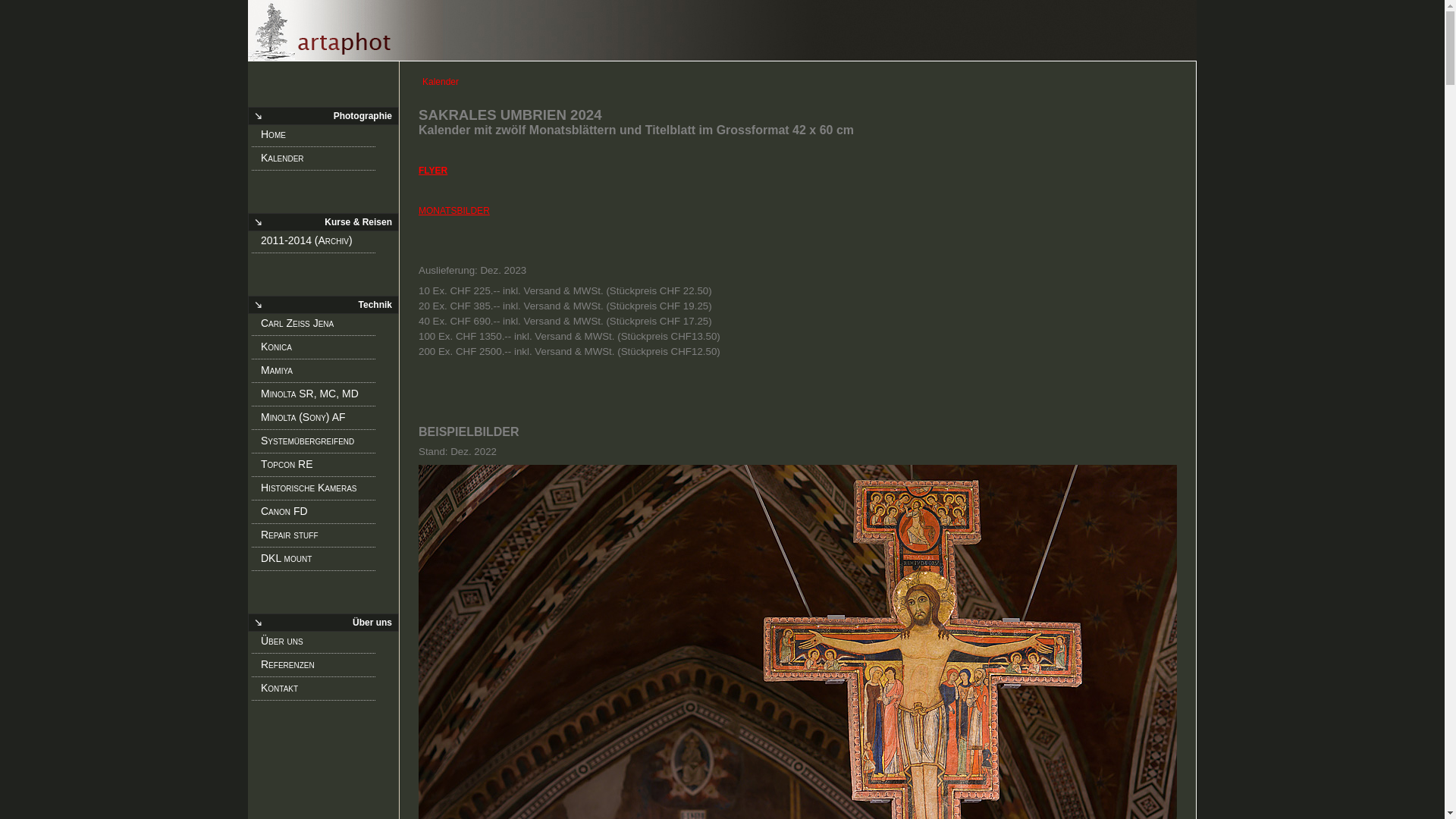 This screenshot has width=1456, height=819. I want to click on 'Mamiya', so click(318, 373).